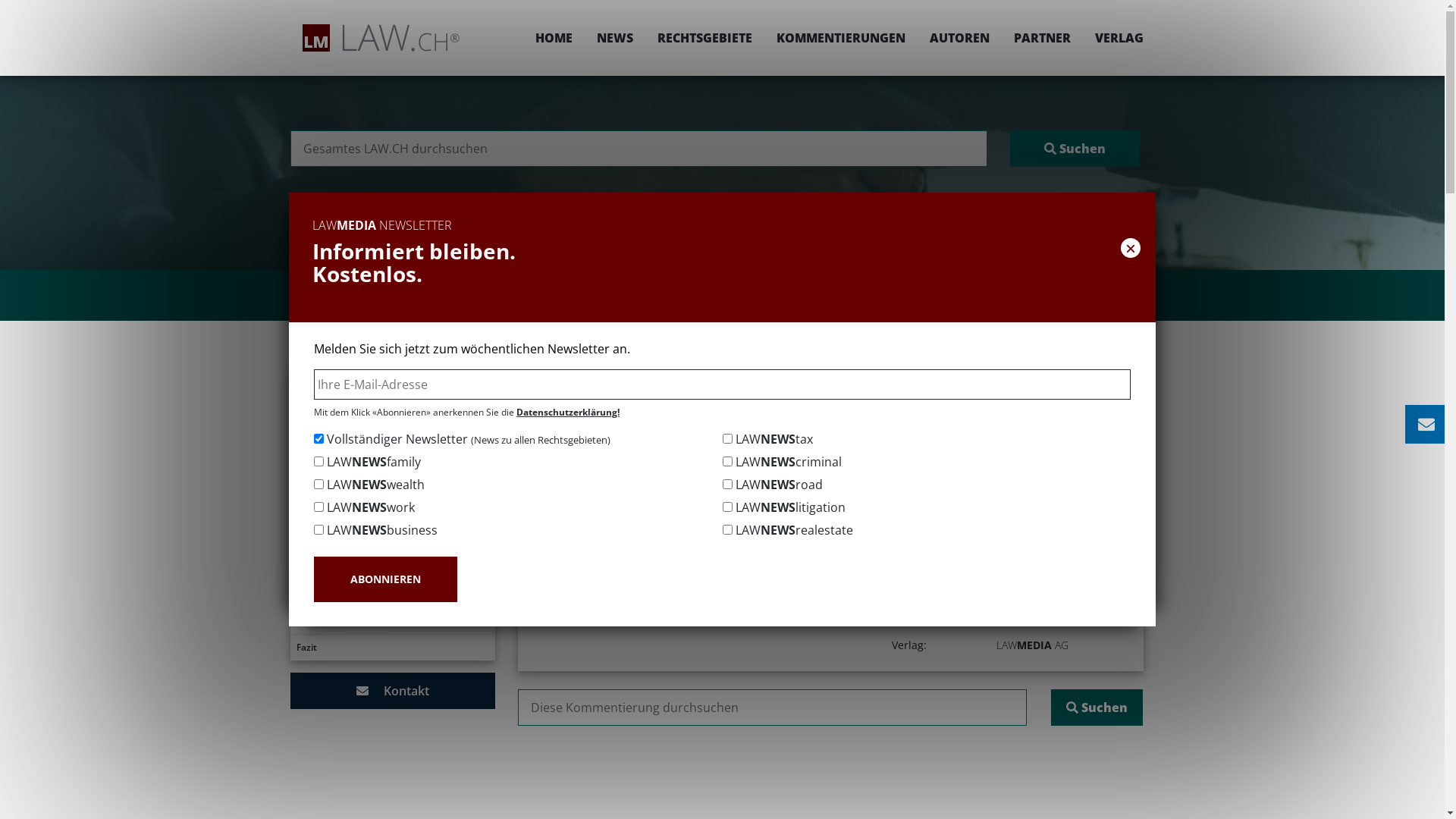  Describe the element at coordinates (392, 690) in the screenshot. I see `'    Kontakt'` at that location.